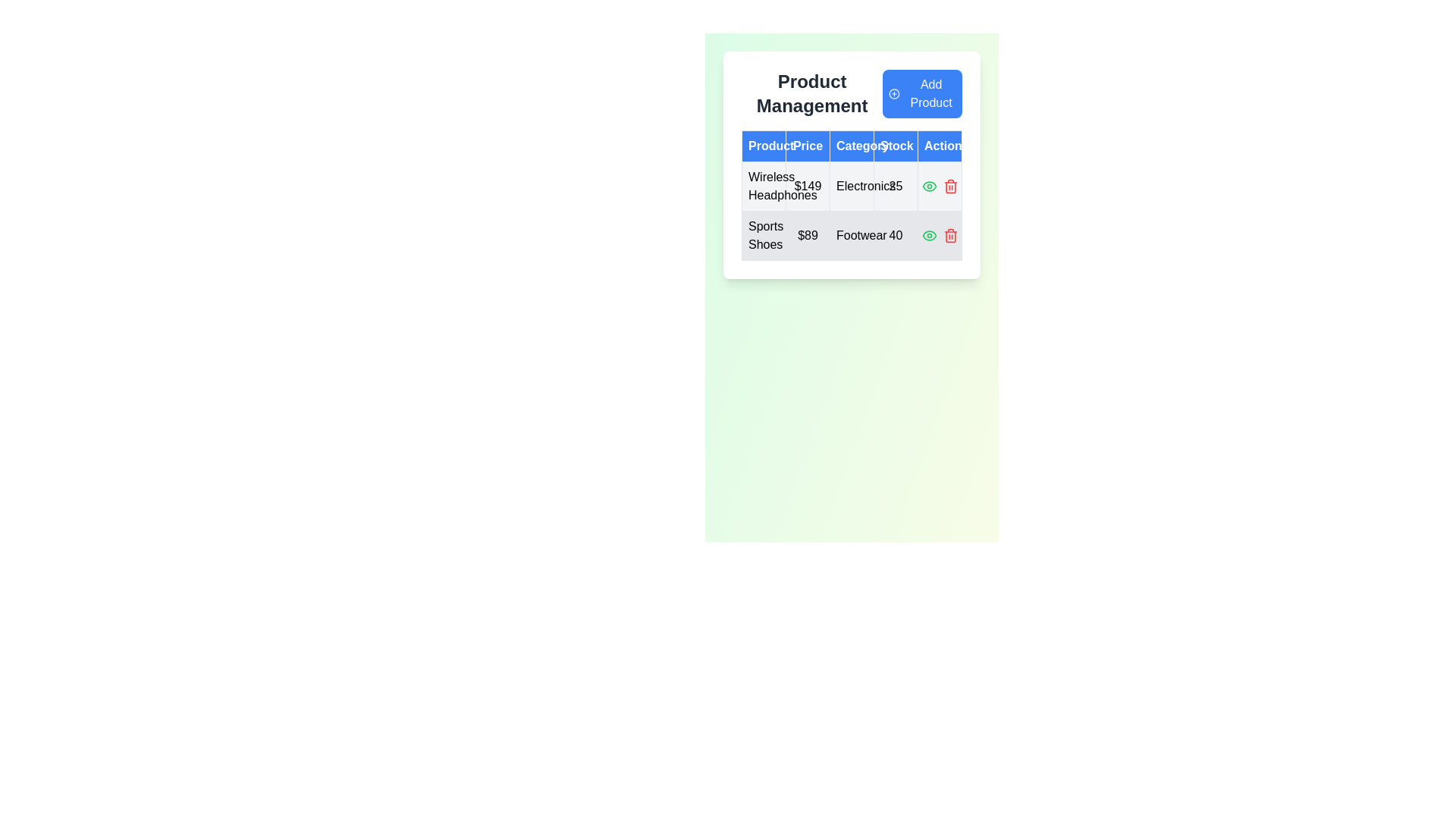  What do you see at coordinates (852, 236) in the screenshot?
I see `the second row in the product information table displaying 'Sports Shoes', which includes details like price, category, and stock count` at bounding box center [852, 236].